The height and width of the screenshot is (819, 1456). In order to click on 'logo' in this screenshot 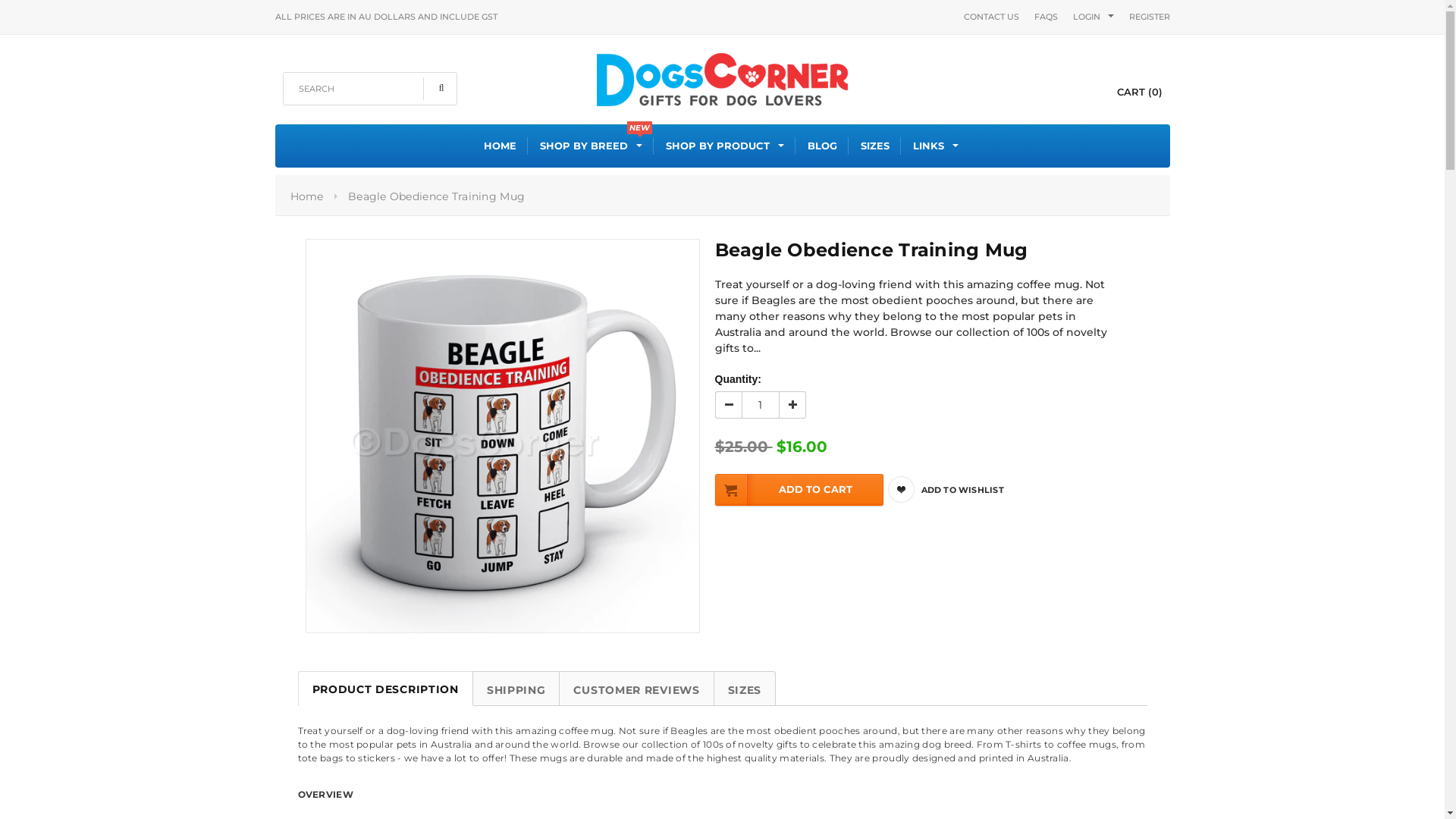, I will do `click(721, 77)`.